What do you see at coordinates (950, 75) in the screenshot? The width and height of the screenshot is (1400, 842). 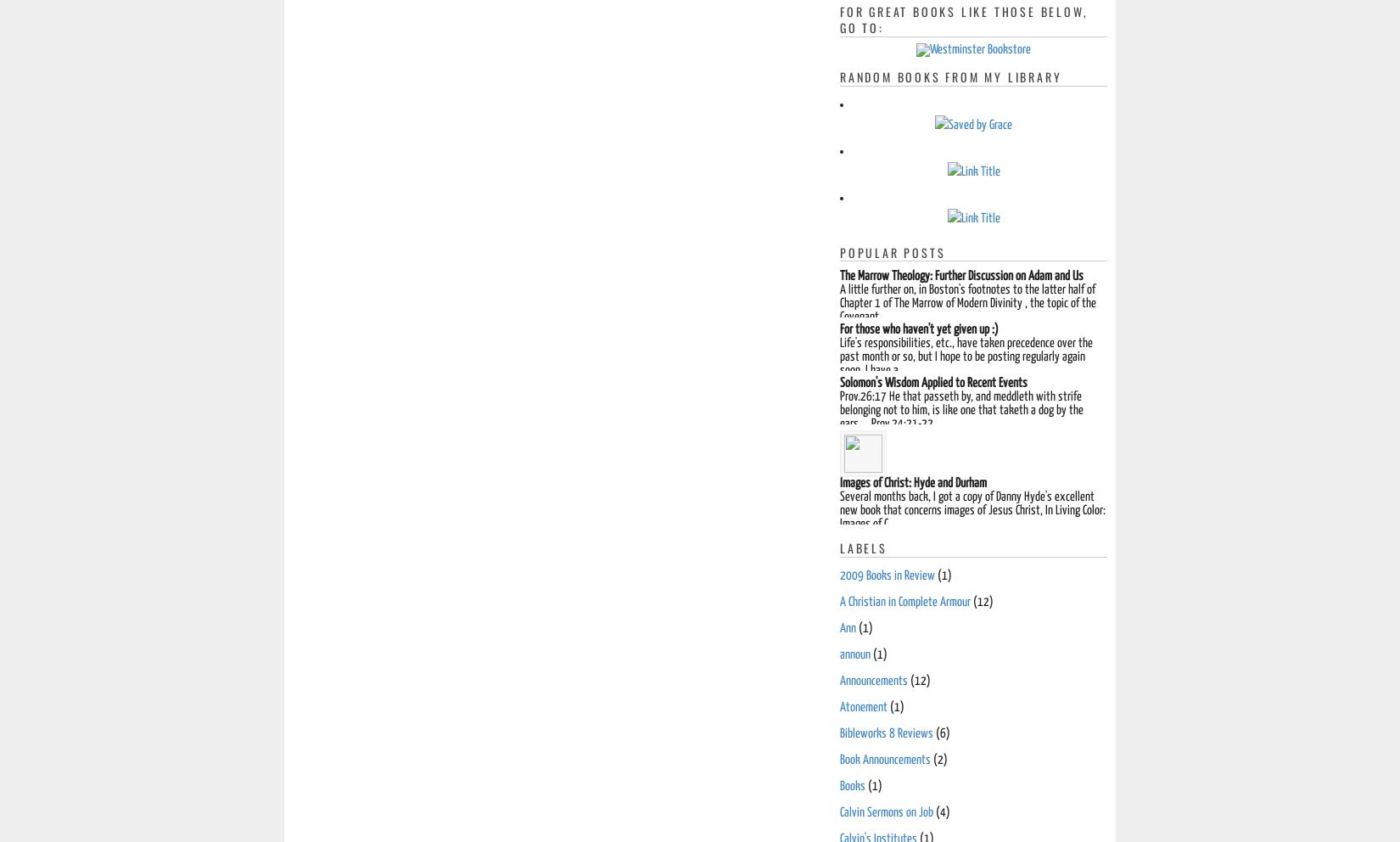 I see `'Random Books from My Library'` at bounding box center [950, 75].